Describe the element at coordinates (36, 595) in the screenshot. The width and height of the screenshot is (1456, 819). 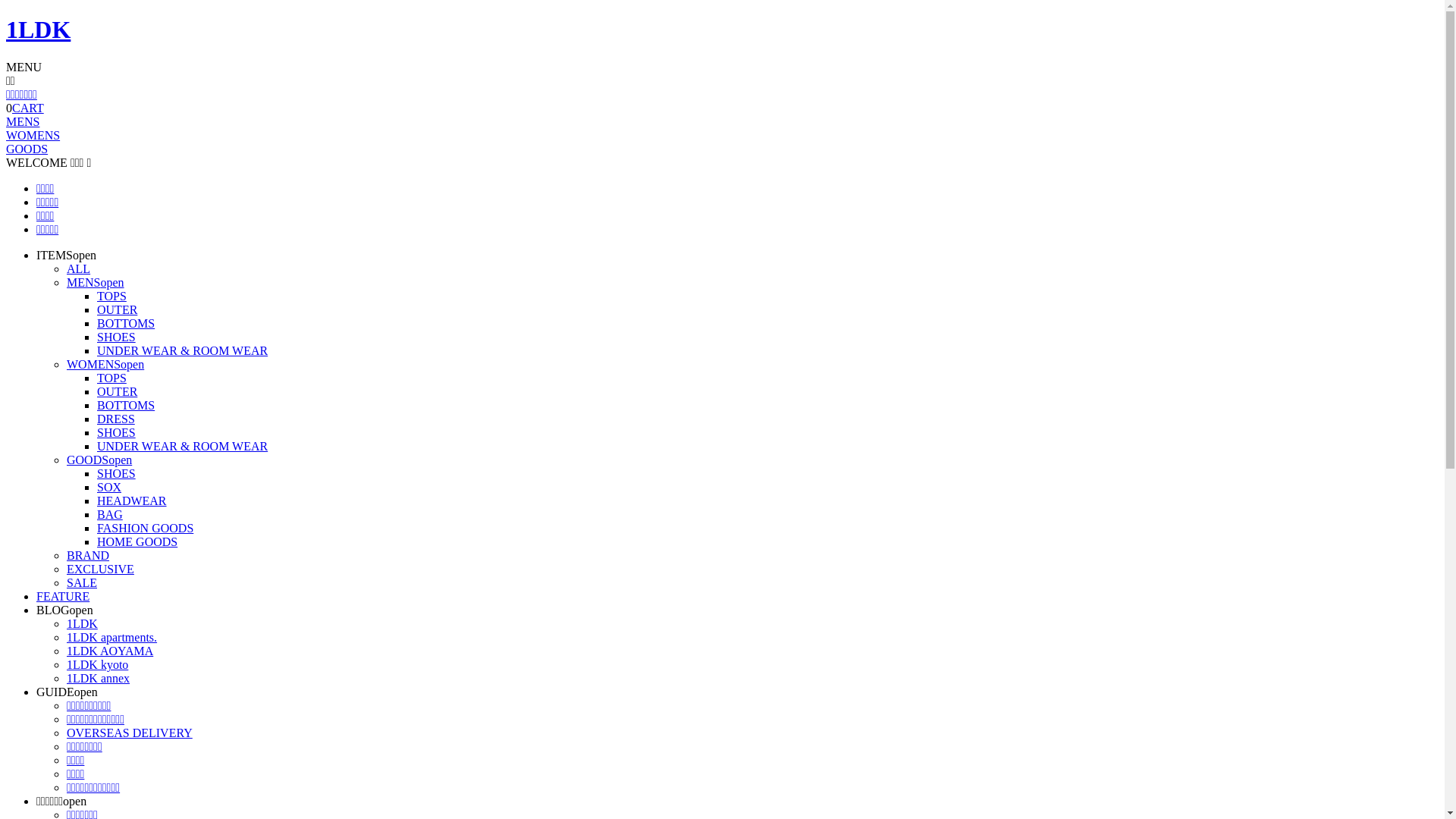
I see `'FEATURE'` at that location.